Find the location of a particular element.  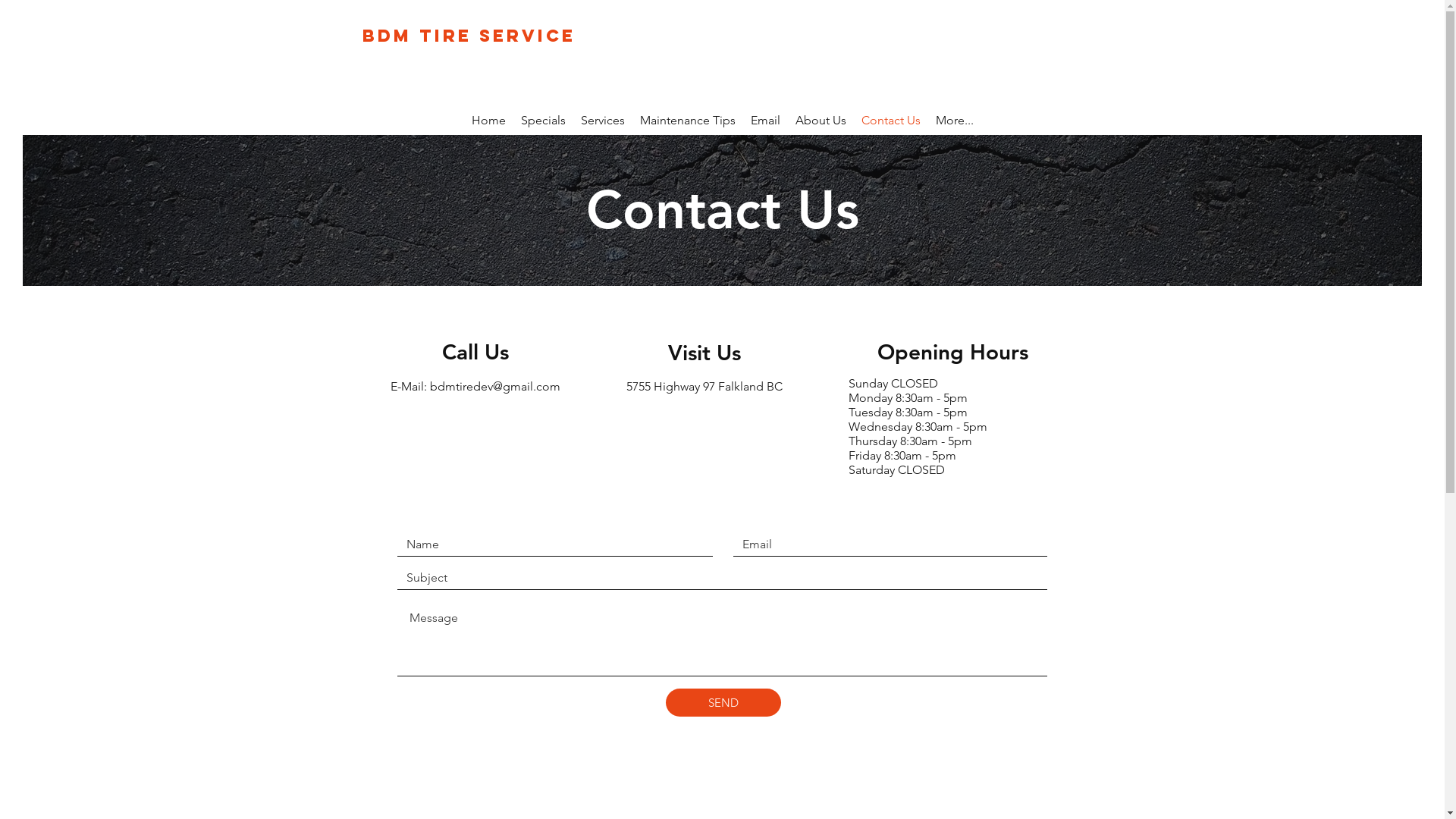

'Contact Us' is located at coordinates (854, 122).